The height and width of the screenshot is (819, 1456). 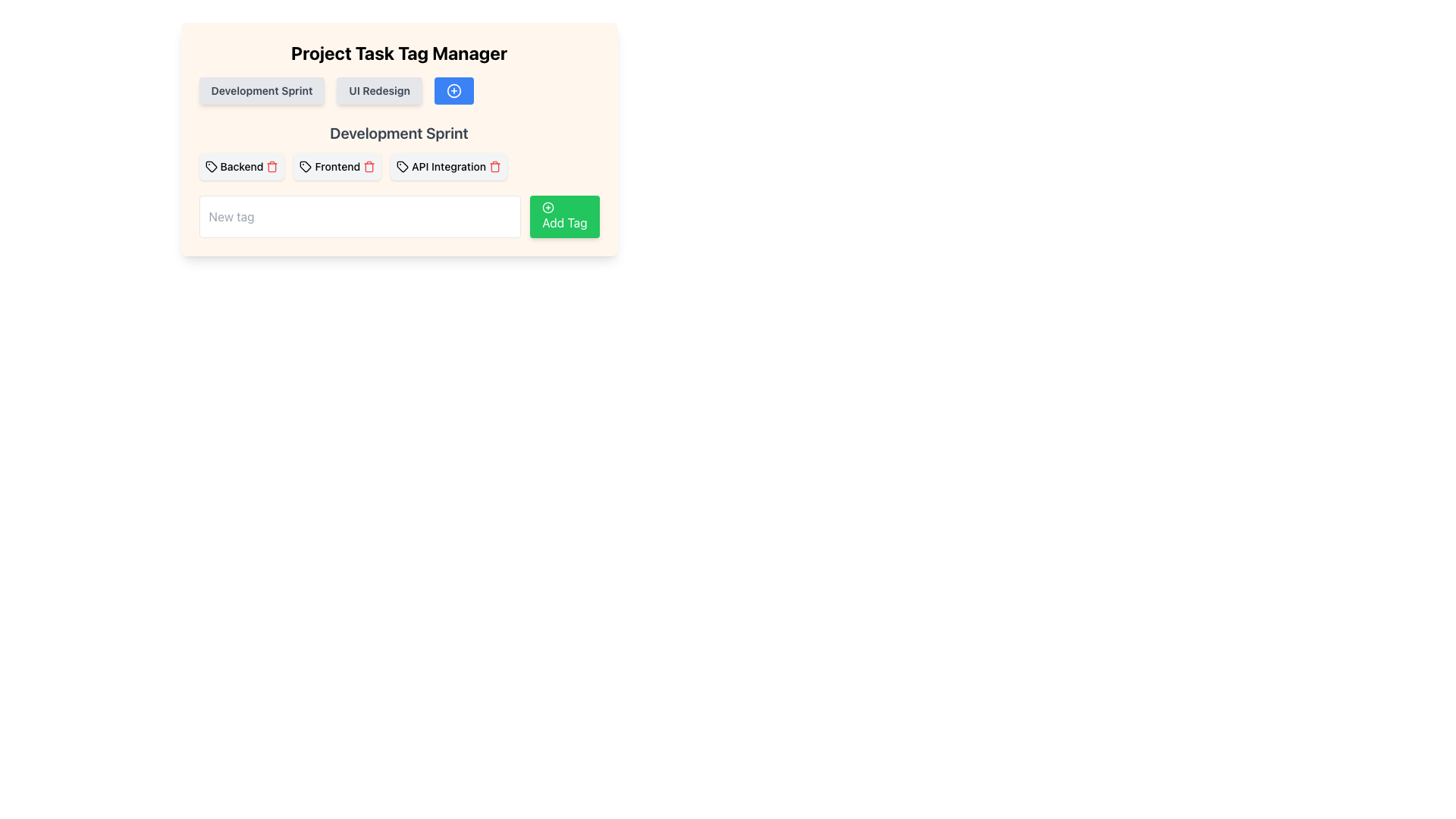 What do you see at coordinates (453, 90) in the screenshot?
I see `the button with a blue background and a white circular '+' icon located below the 'Project Task Tag Manager' heading` at bounding box center [453, 90].